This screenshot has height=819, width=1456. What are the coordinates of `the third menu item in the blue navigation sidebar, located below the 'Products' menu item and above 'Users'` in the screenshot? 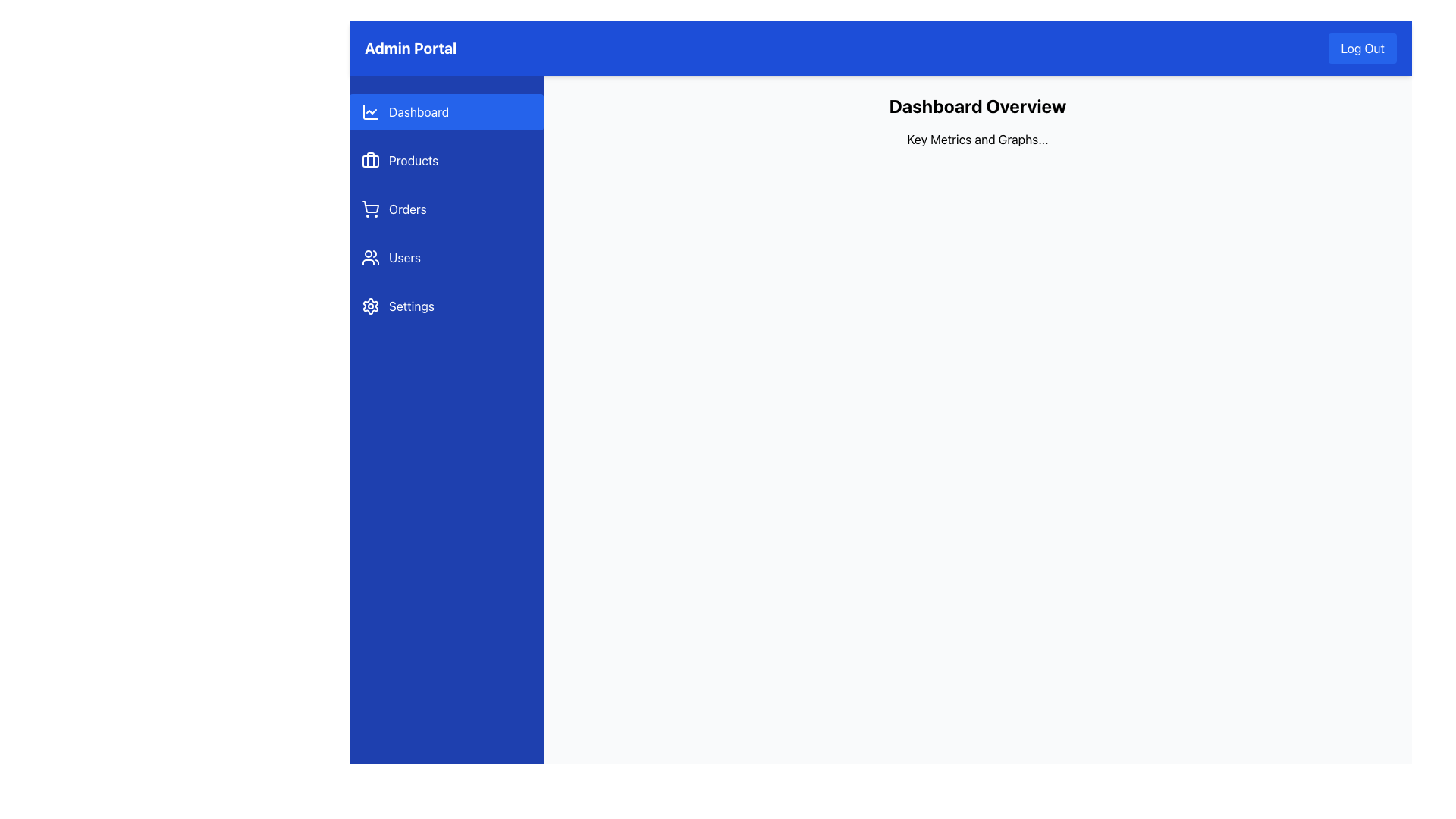 It's located at (446, 209).